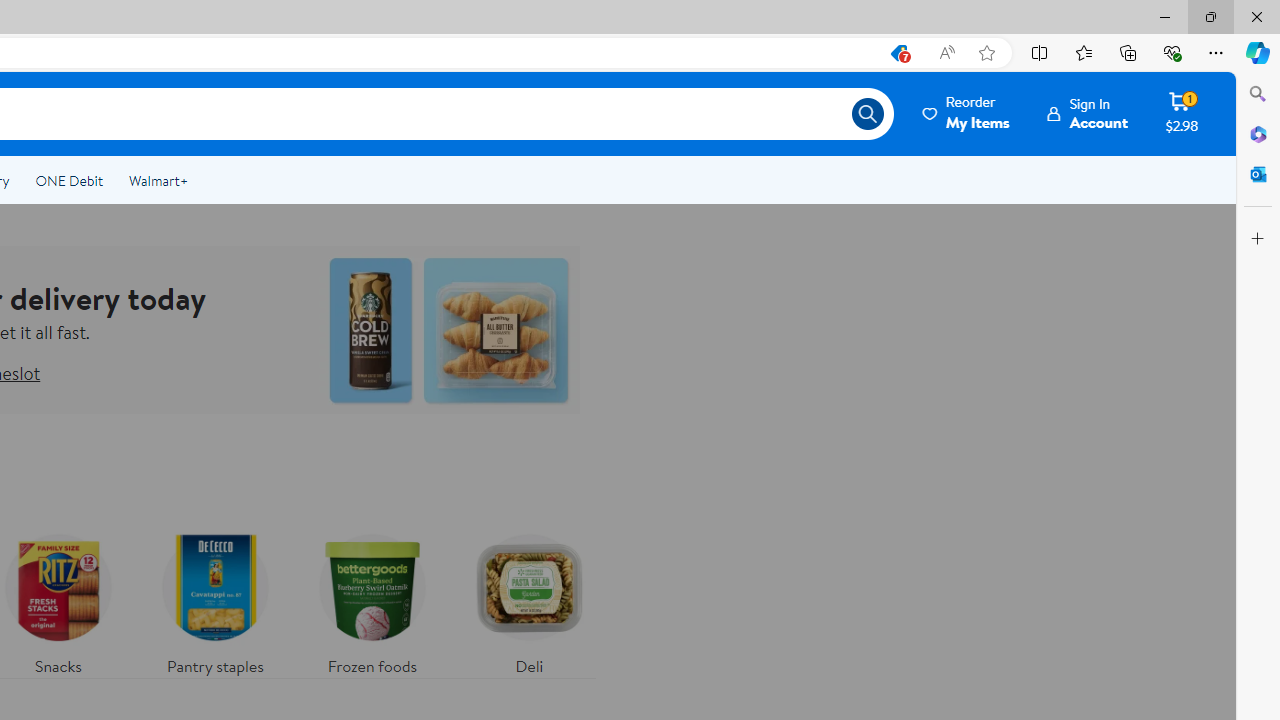 The image size is (1280, 720). I want to click on 'ReorderMy Items', so click(967, 113).